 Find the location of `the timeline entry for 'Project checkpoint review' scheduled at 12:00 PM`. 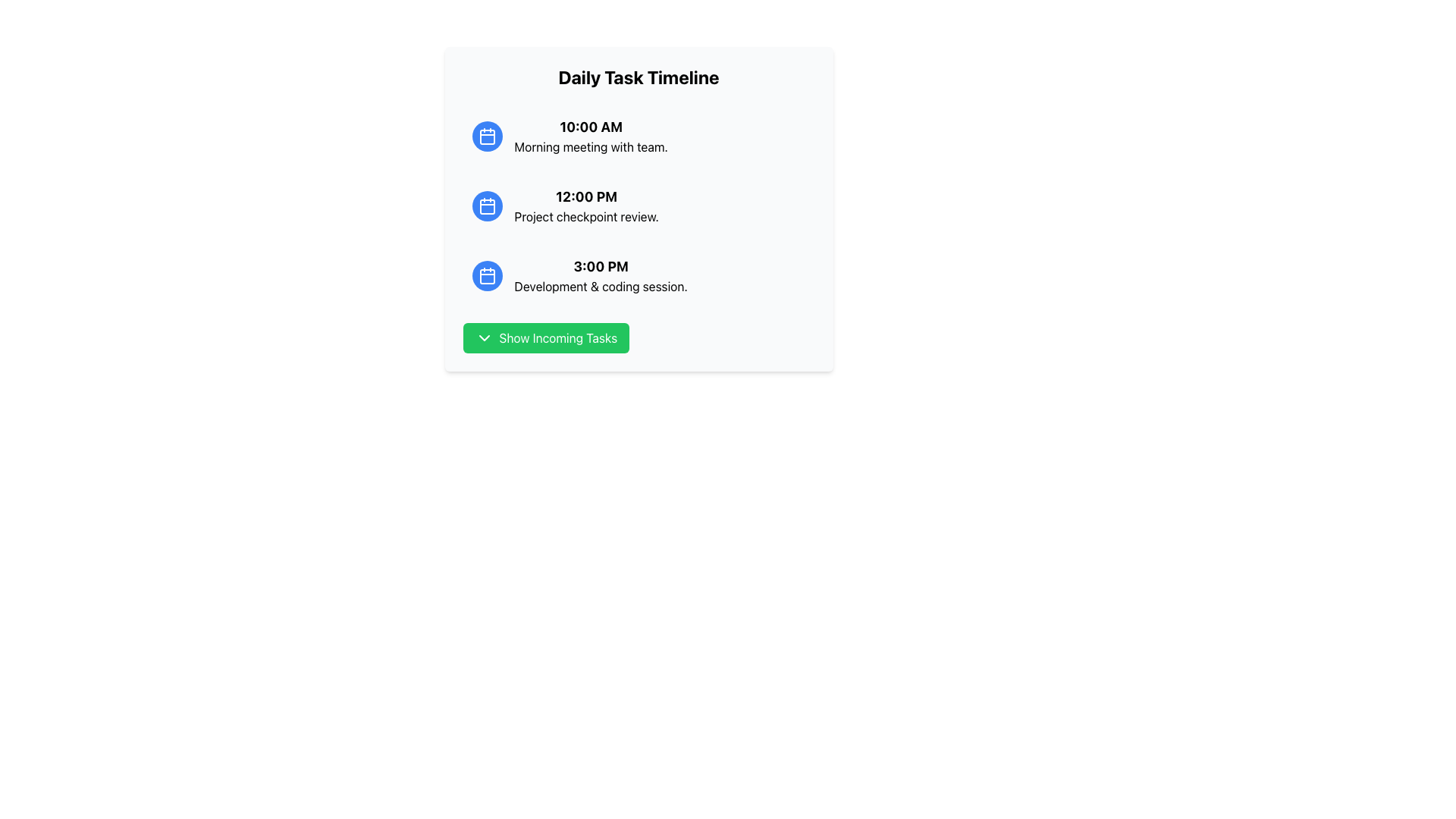

the timeline entry for 'Project checkpoint review' scheduled at 12:00 PM is located at coordinates (585, 206).